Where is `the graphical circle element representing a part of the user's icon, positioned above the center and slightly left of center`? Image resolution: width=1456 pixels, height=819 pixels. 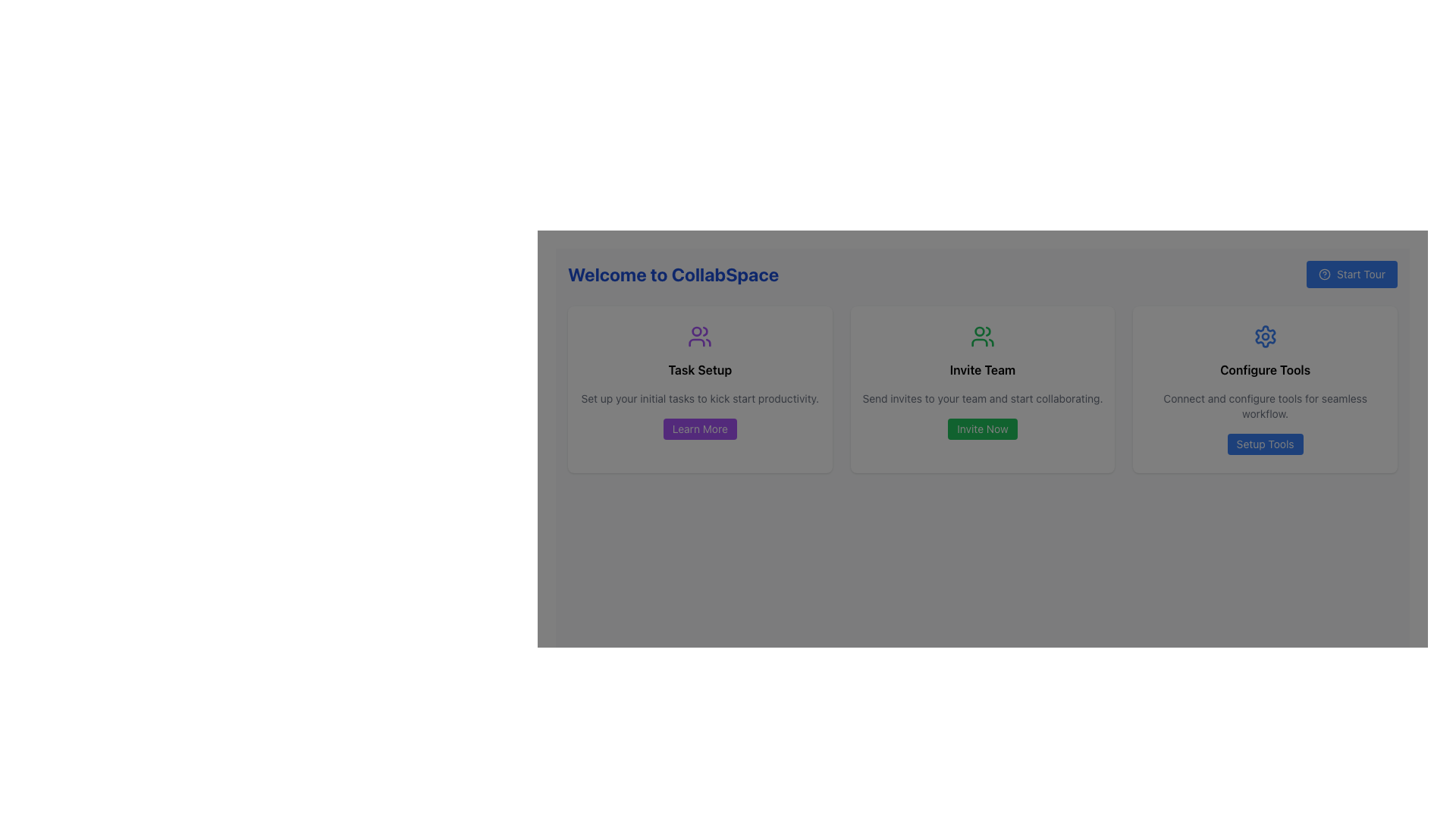
the graphical circle element representing a part of the user's icon, positioned above the center and slightly left of center is located at coordinates (696, 331).